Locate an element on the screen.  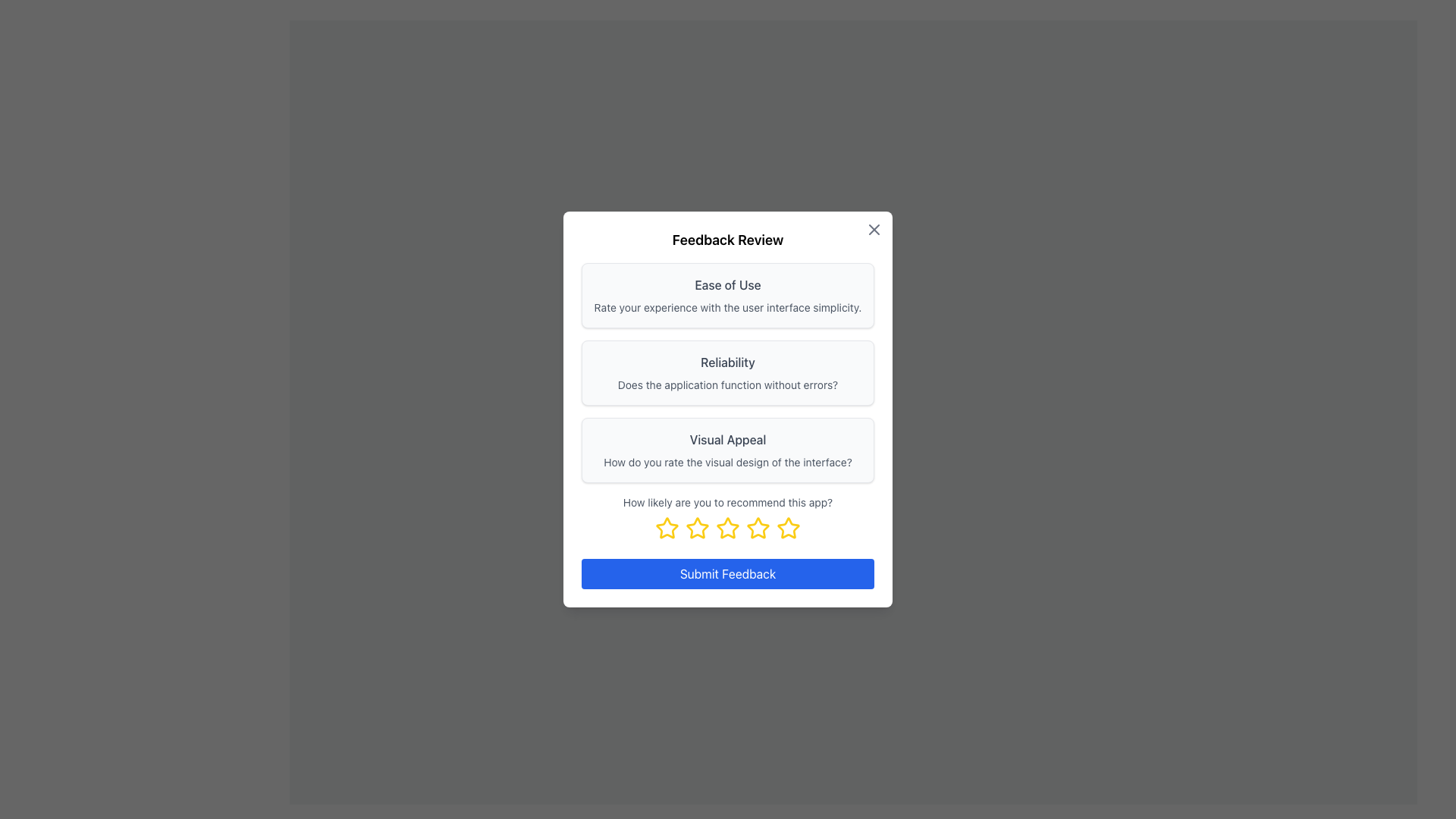
the close 'X' icon located in the top-right corner of the feedback review dialog box is located at coordinates (874, 230).